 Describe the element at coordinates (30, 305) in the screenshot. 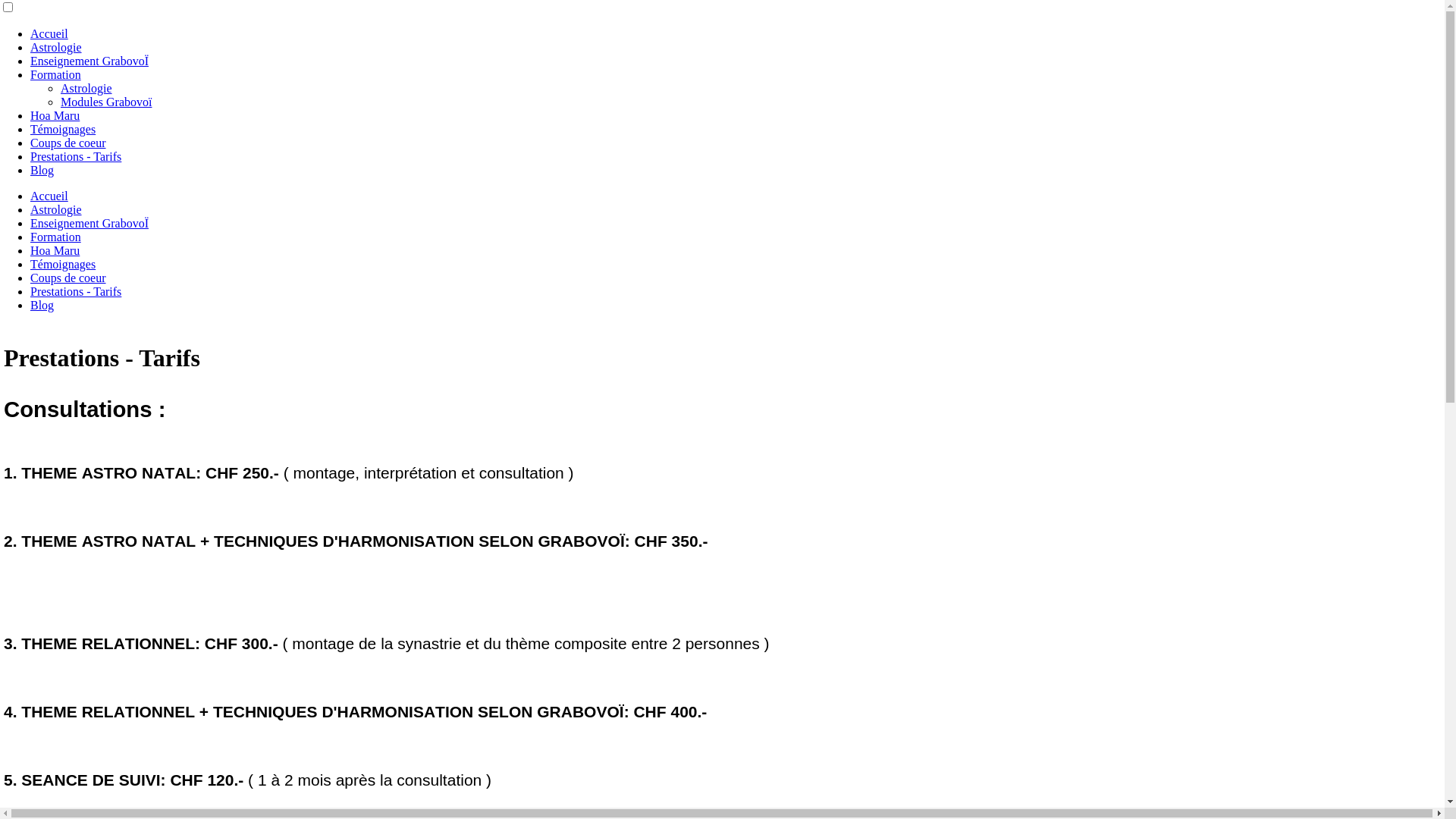

I see `'Blog'` at that location.